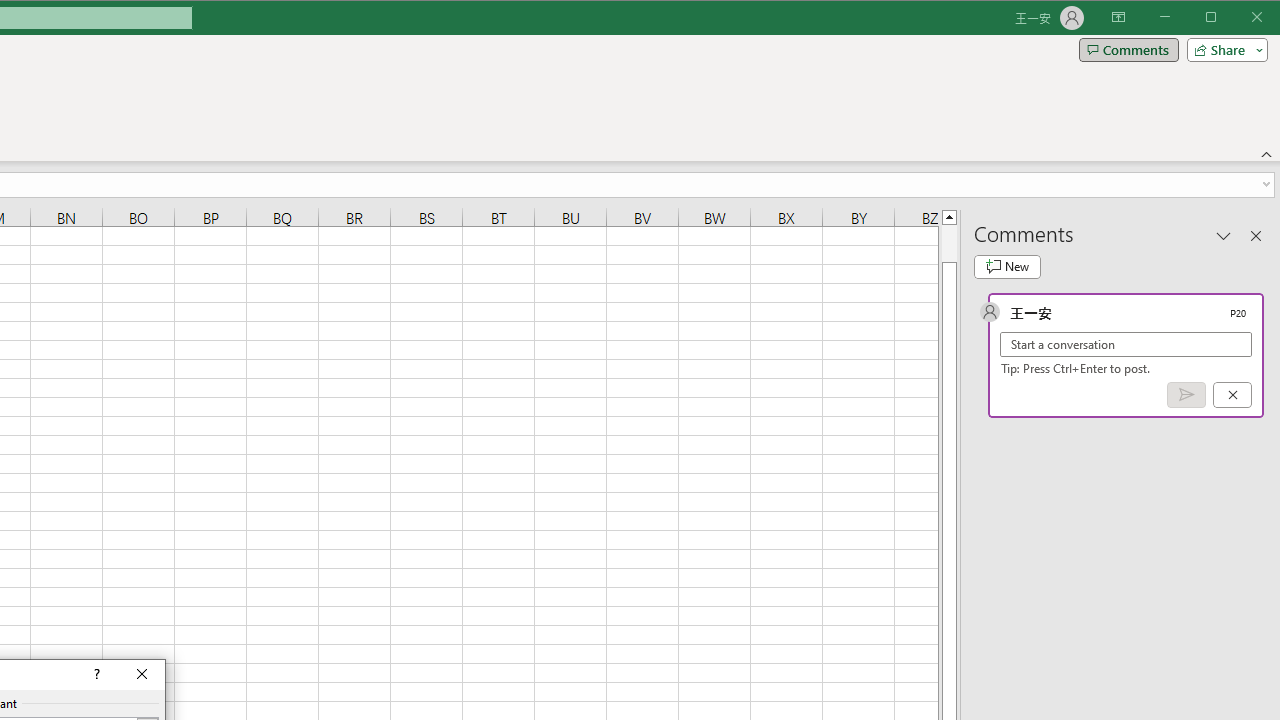 This screenshot has height=720, width=1280. What do you see at coordinates (1223, 234) in the screenshot?
I see `'Task Pane Options'` at bounding box center [1223, 234].